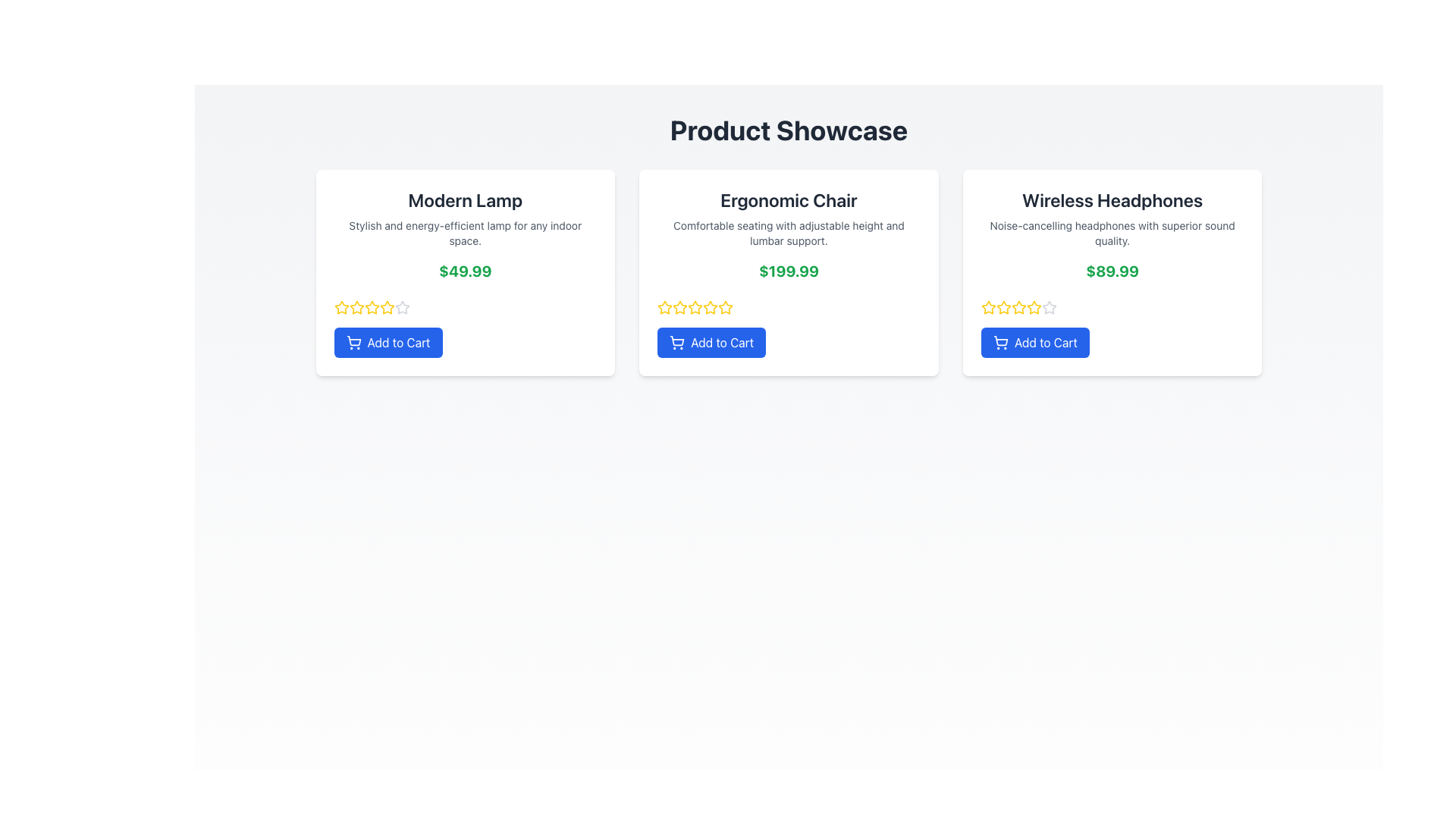 This screenshot has height=819, width=1456. What do you see at coordinates (1034, 342) in the screenshot?
I see `the 'Add to Cart' button with a blue background and white text, located at the bottom of the 'Wireless Headphones' card` at bounding box center [1034, 342].